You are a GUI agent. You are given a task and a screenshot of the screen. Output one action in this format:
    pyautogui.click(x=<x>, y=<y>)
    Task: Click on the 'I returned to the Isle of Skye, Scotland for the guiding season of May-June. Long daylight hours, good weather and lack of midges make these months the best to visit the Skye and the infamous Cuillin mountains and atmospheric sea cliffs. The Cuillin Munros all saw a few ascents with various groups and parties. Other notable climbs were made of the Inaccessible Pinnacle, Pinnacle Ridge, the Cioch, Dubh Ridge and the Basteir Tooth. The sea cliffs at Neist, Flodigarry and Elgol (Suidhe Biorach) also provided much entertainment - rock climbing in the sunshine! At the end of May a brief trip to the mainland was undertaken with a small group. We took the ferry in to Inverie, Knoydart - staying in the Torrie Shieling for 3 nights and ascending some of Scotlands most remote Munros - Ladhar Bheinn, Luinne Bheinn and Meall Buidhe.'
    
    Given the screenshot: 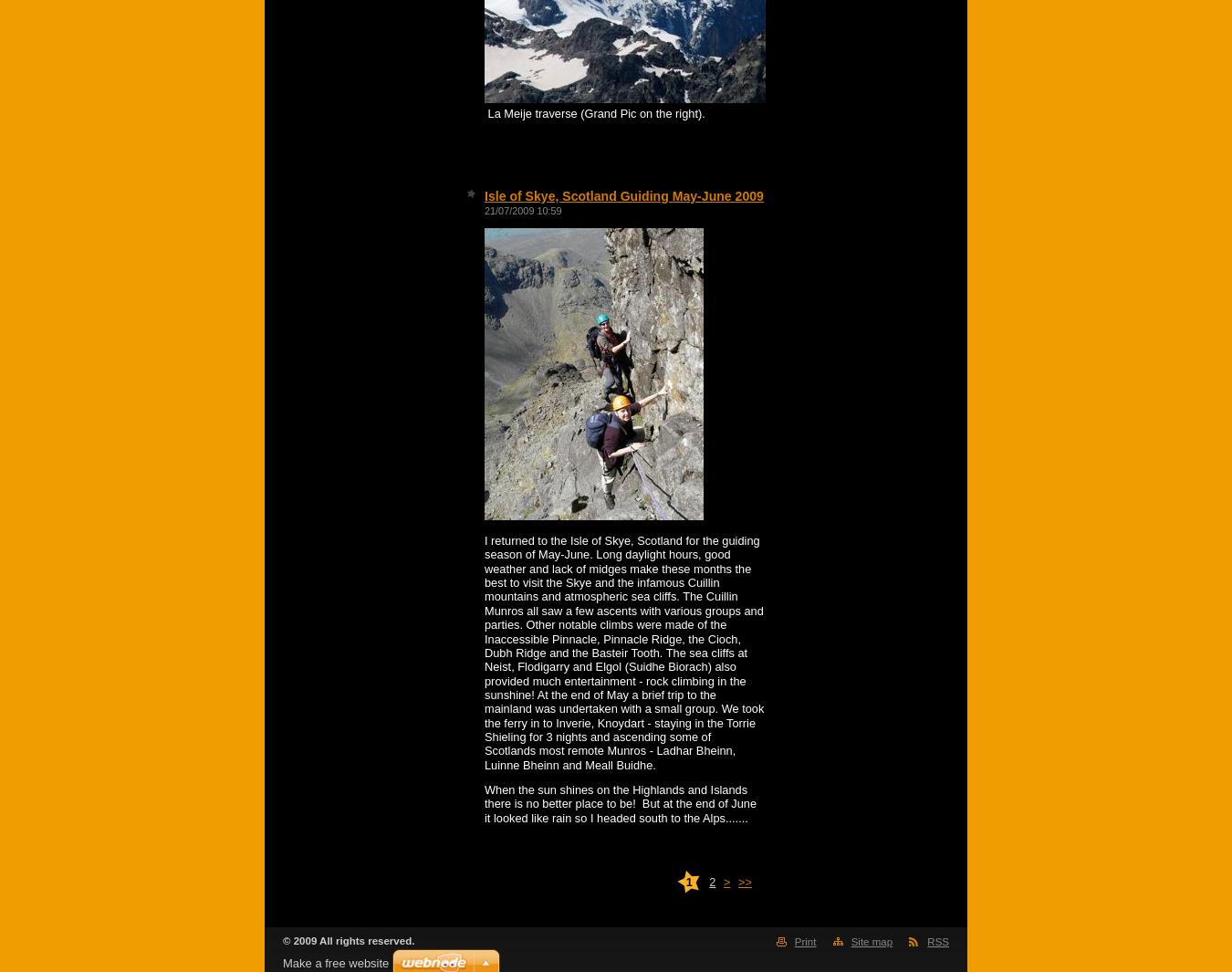 What is the action you would take?
    pyautogui.click(x=623, y=653)
    